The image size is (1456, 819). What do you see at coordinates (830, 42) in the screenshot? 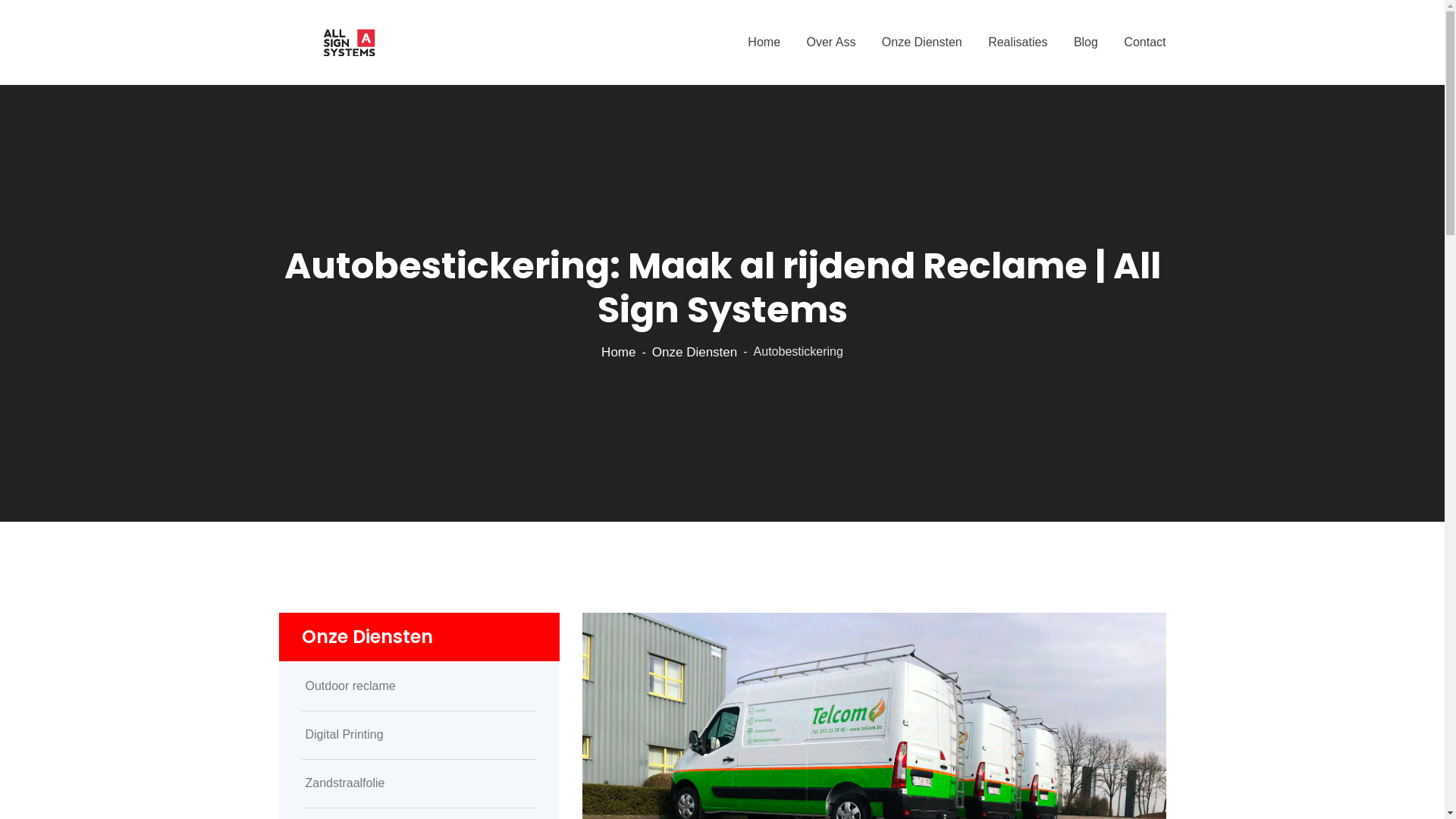
I see `'Over Ass'` at bounding box center [830, 42].